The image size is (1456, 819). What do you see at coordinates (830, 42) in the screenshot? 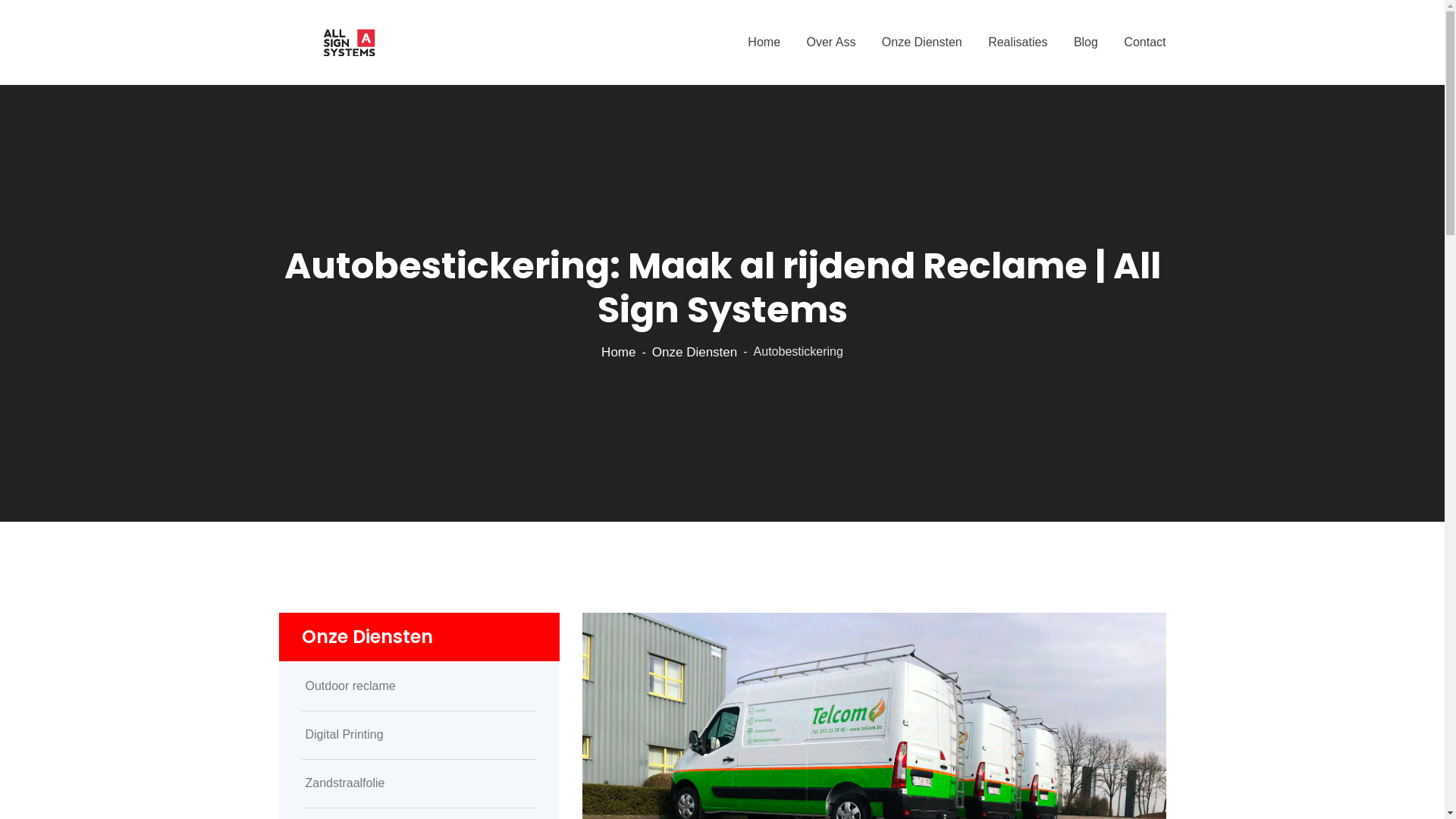
I see `'Over Ass'` at bounding box center [830, 42].